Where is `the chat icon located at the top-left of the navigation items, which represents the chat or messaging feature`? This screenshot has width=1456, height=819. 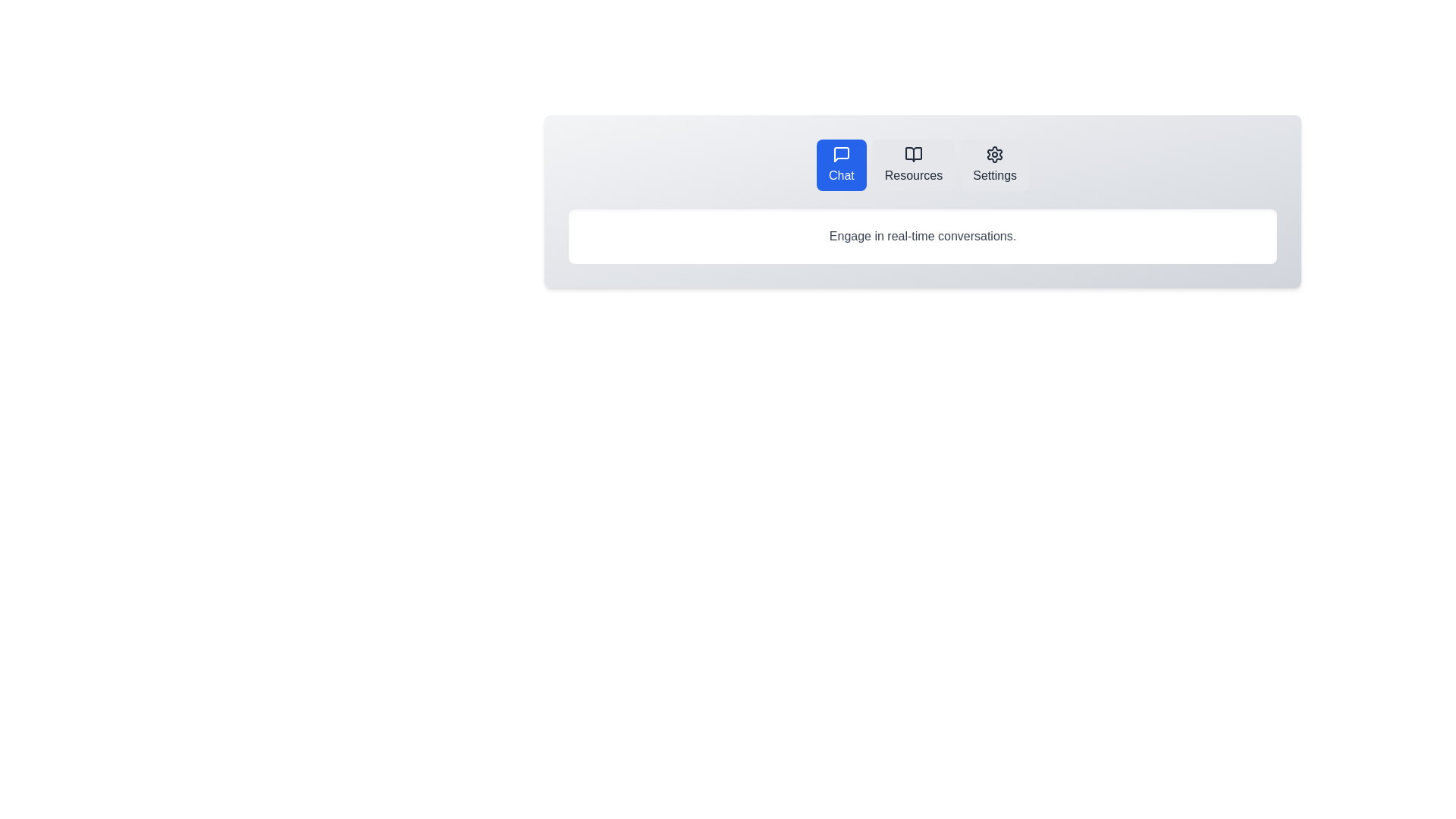 the chat icon located at the top-left of the navigation items, which represents the chat or messaging feature is located at coordinates (840, 155).